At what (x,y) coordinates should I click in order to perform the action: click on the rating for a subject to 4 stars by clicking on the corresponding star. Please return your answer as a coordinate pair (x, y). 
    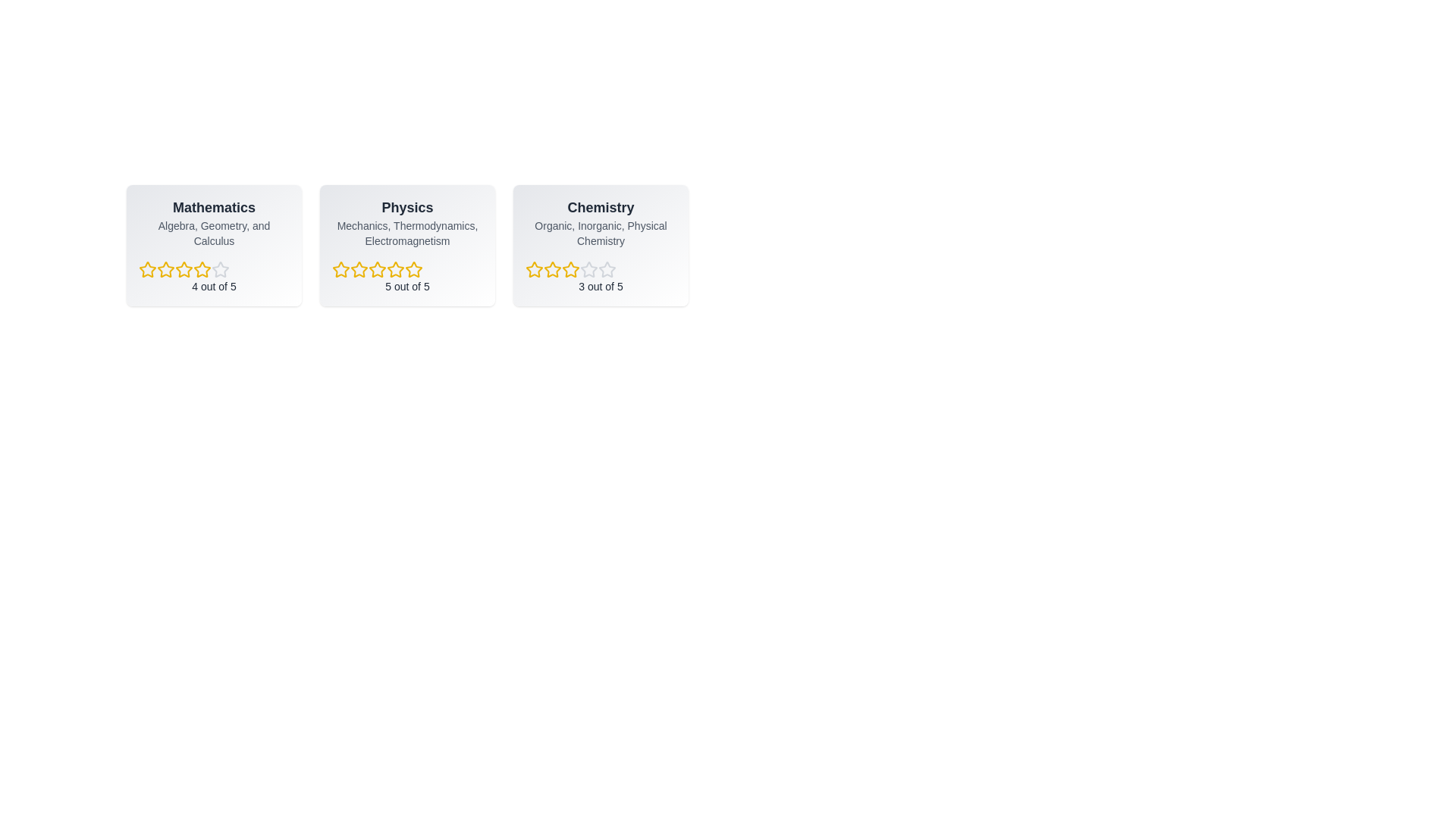
    Looking at the image, I should click on (202, 268).